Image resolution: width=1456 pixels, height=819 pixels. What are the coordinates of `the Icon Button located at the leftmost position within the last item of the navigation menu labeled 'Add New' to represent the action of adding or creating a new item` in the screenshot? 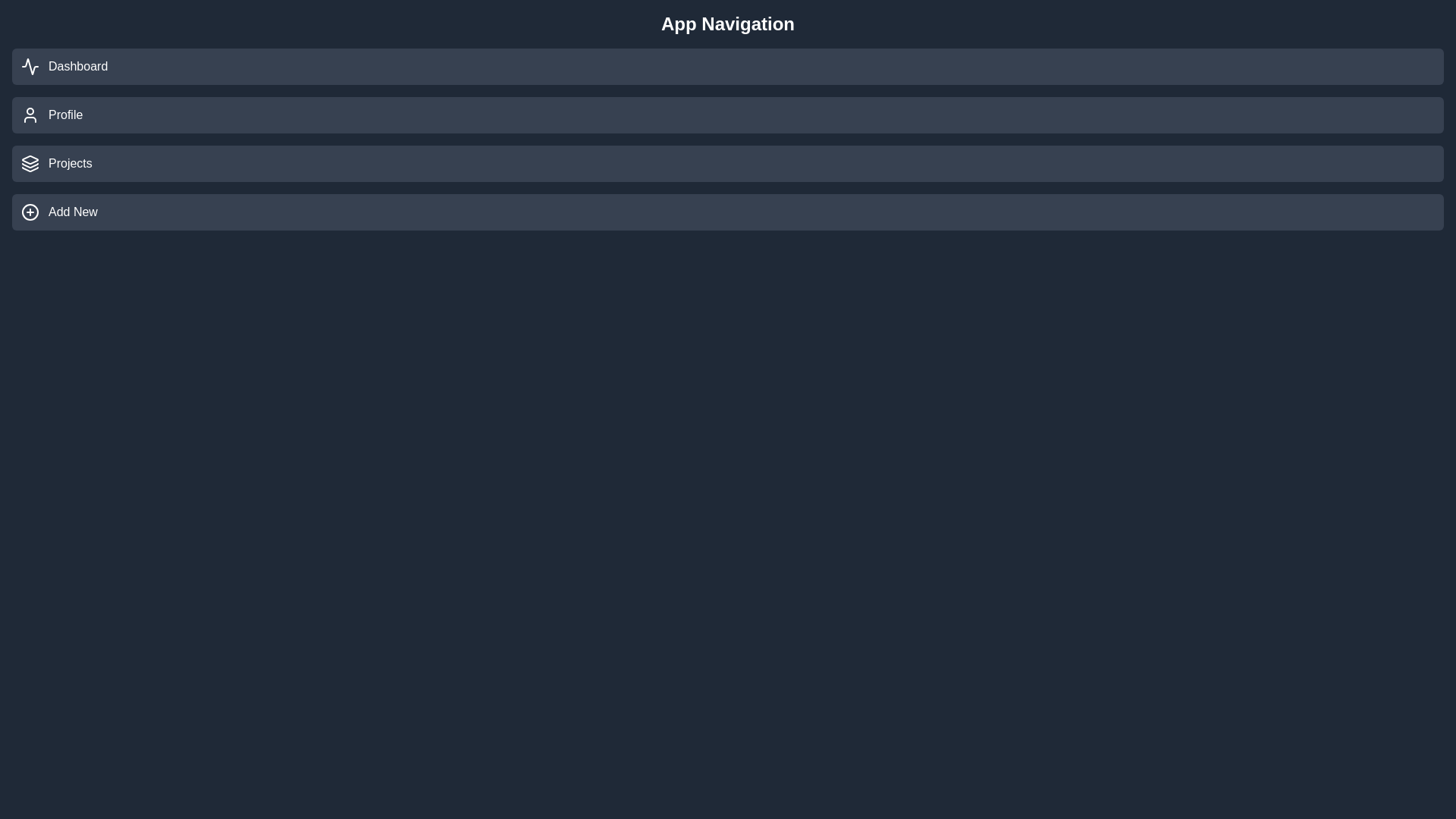 It's located at (30, 212).